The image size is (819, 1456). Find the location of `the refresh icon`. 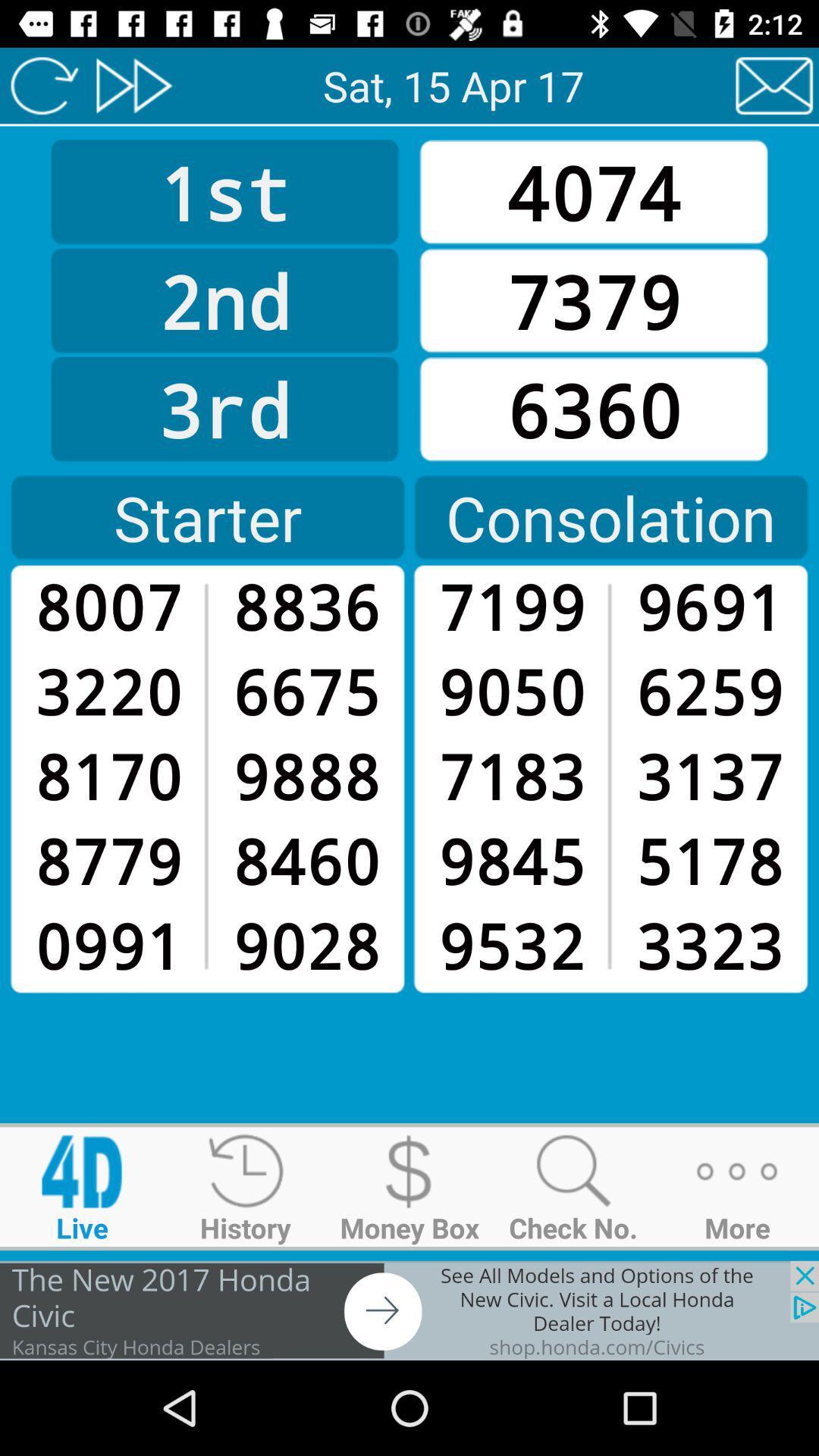

the refresh icon is located at coordinates (43, 85).